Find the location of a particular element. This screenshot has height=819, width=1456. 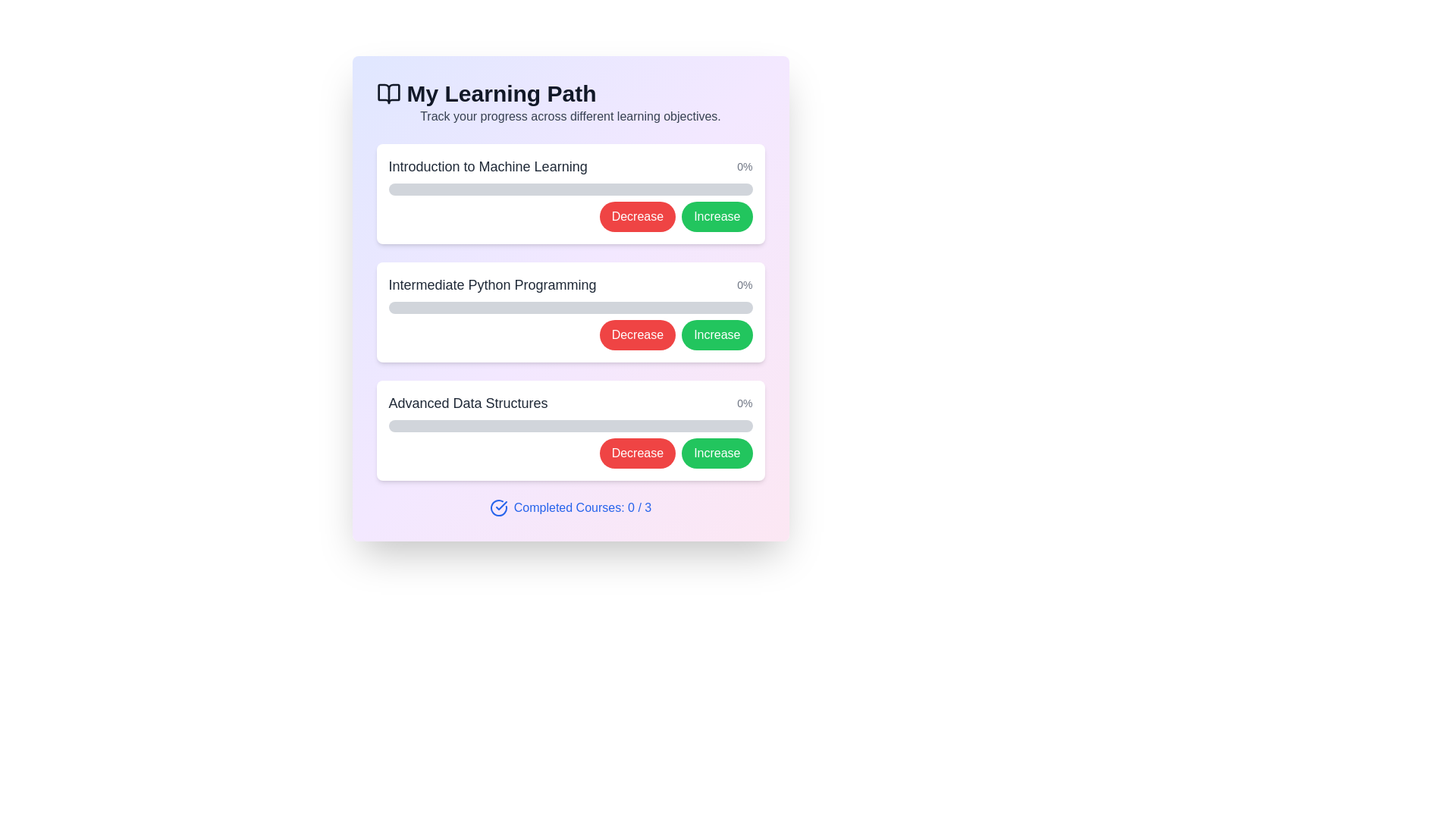

the text label reading 'Introduction to Machine Learning' which is styled in dark gray and positioned at the top of the card layout is located at coordinates (488, 166).